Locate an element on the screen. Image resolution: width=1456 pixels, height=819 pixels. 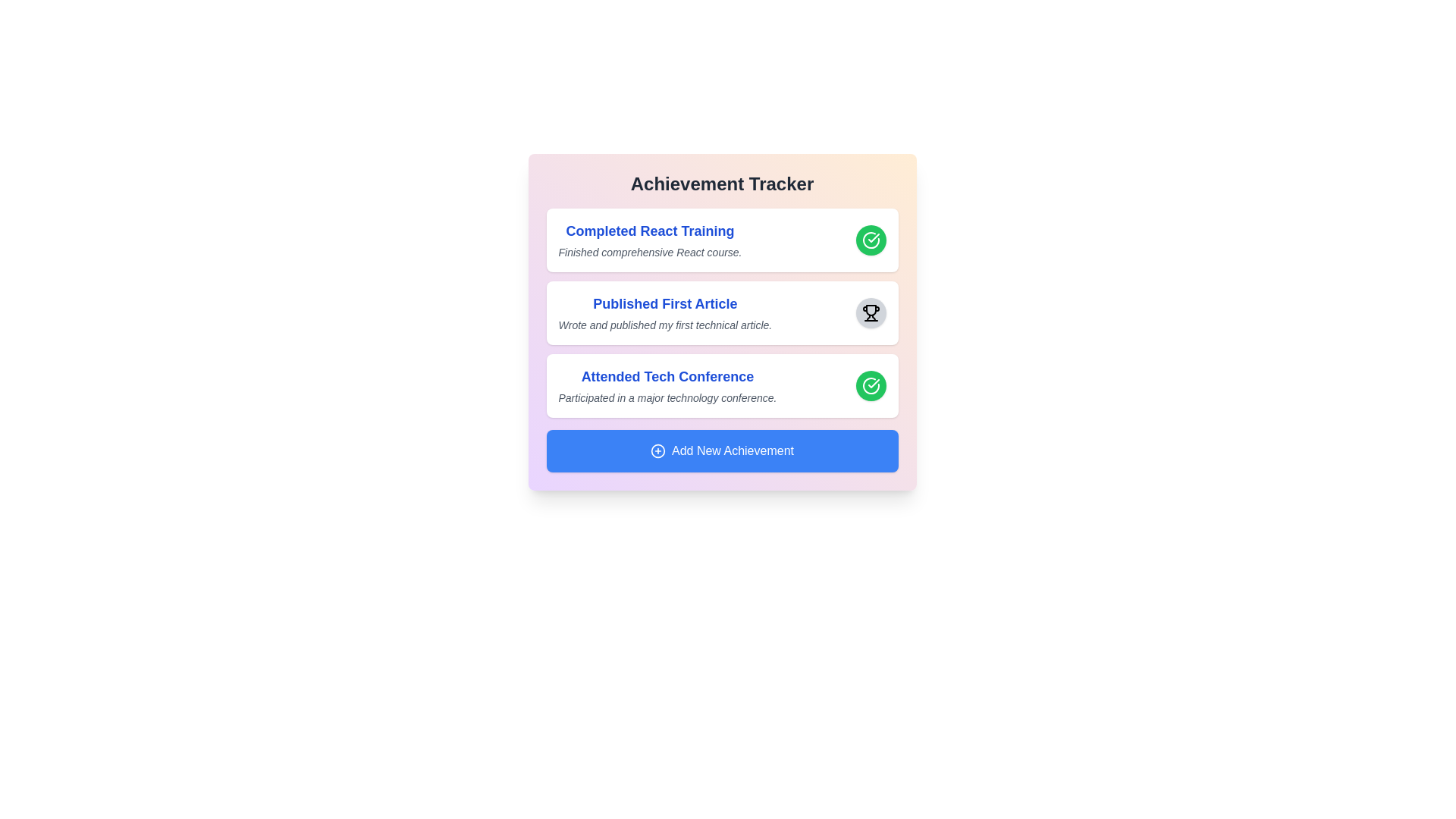
the 'Add New Achievement' button to add a new achievement is located at coordinates (721, 450).